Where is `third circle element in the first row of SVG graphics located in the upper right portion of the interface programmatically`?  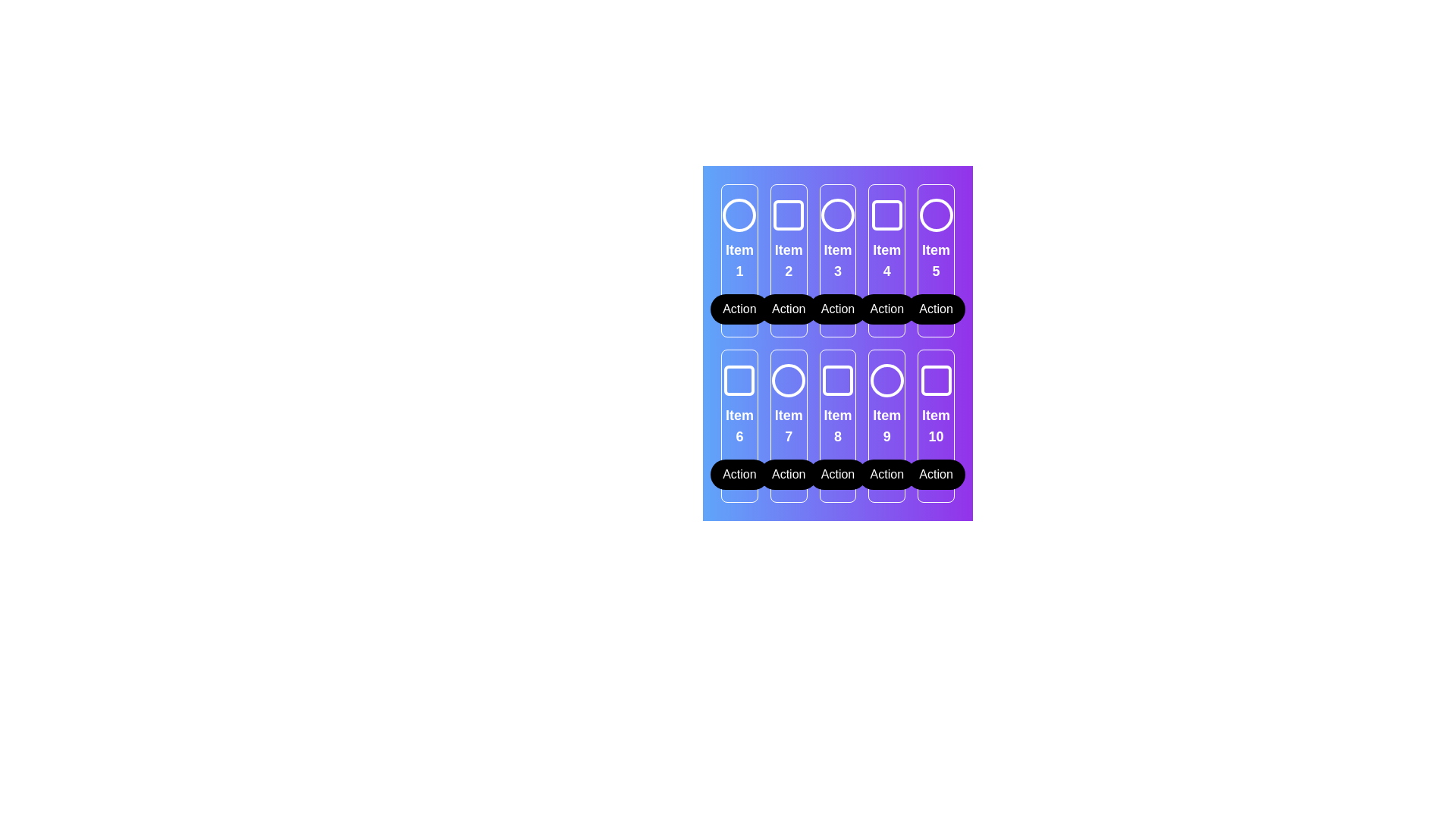 third circle element in the first row of SVG graphics located in the upper right portion of the interface programmatically is located at coordinates (836, 215).